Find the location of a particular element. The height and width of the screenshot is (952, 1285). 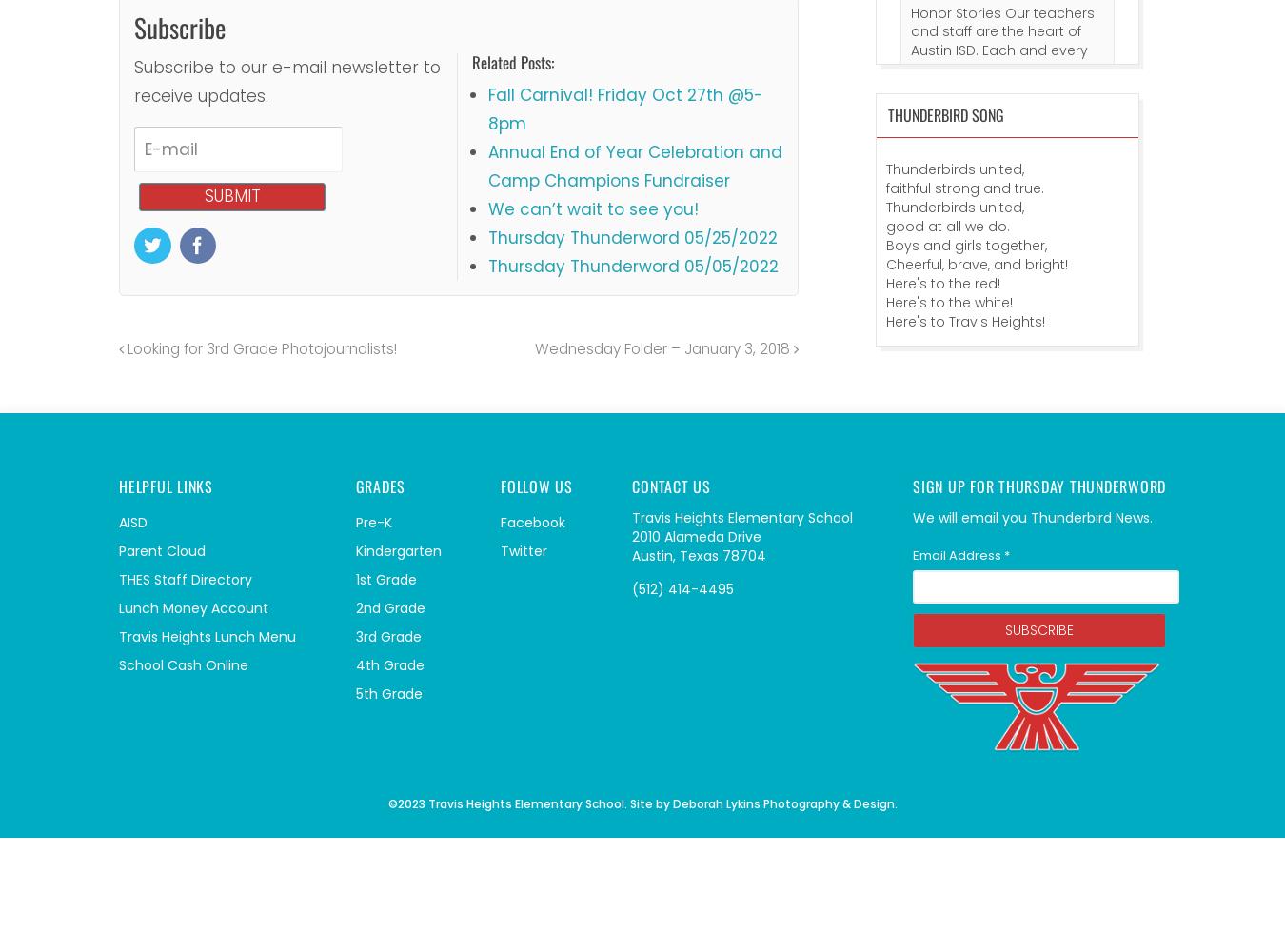

'Sign Up for Thursday ThunderWord' is located at coordinates (1039, 486).